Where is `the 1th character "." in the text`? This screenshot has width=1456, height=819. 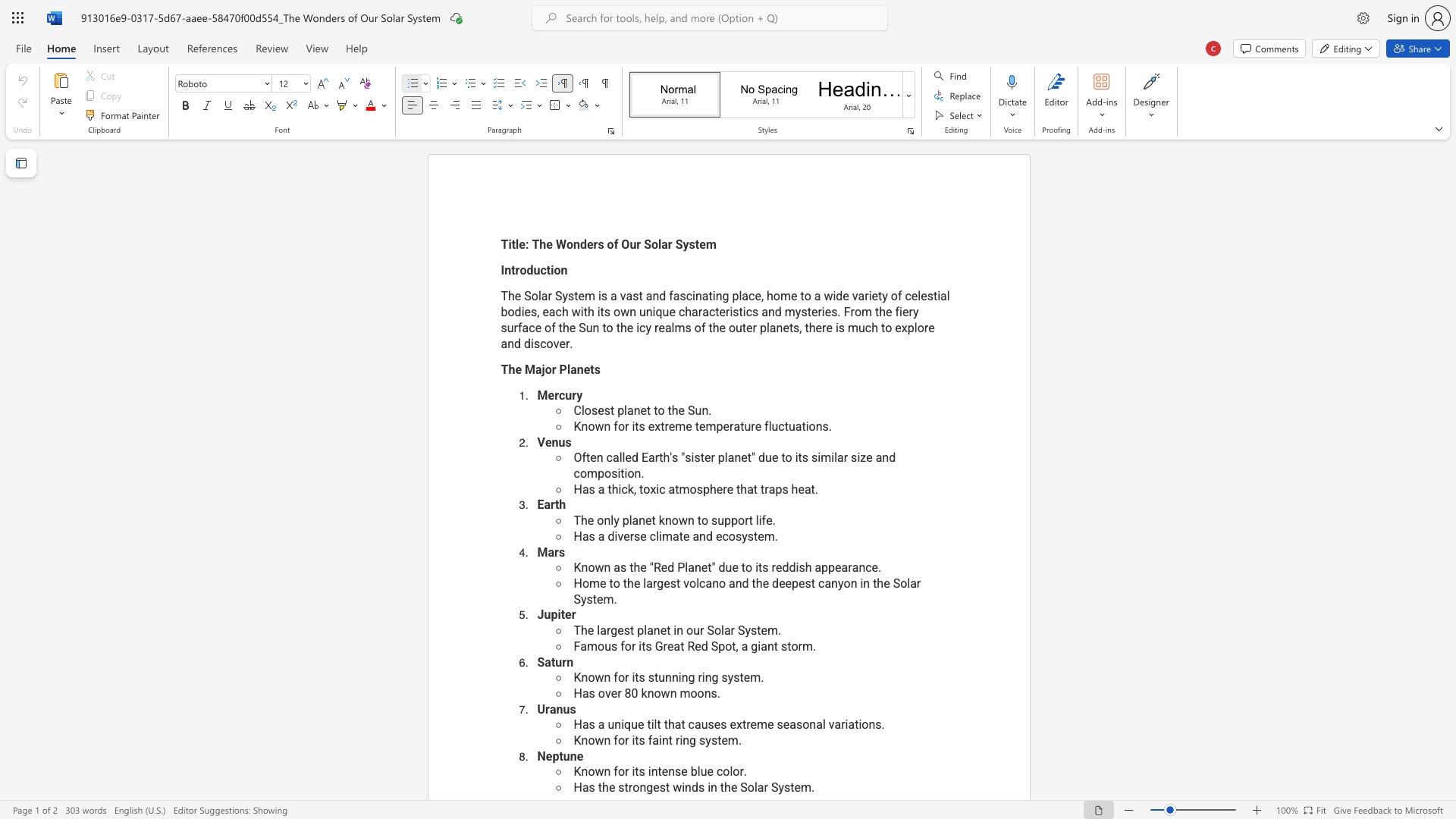
the 1th character "." in the text is located at coordinates (773, 519).